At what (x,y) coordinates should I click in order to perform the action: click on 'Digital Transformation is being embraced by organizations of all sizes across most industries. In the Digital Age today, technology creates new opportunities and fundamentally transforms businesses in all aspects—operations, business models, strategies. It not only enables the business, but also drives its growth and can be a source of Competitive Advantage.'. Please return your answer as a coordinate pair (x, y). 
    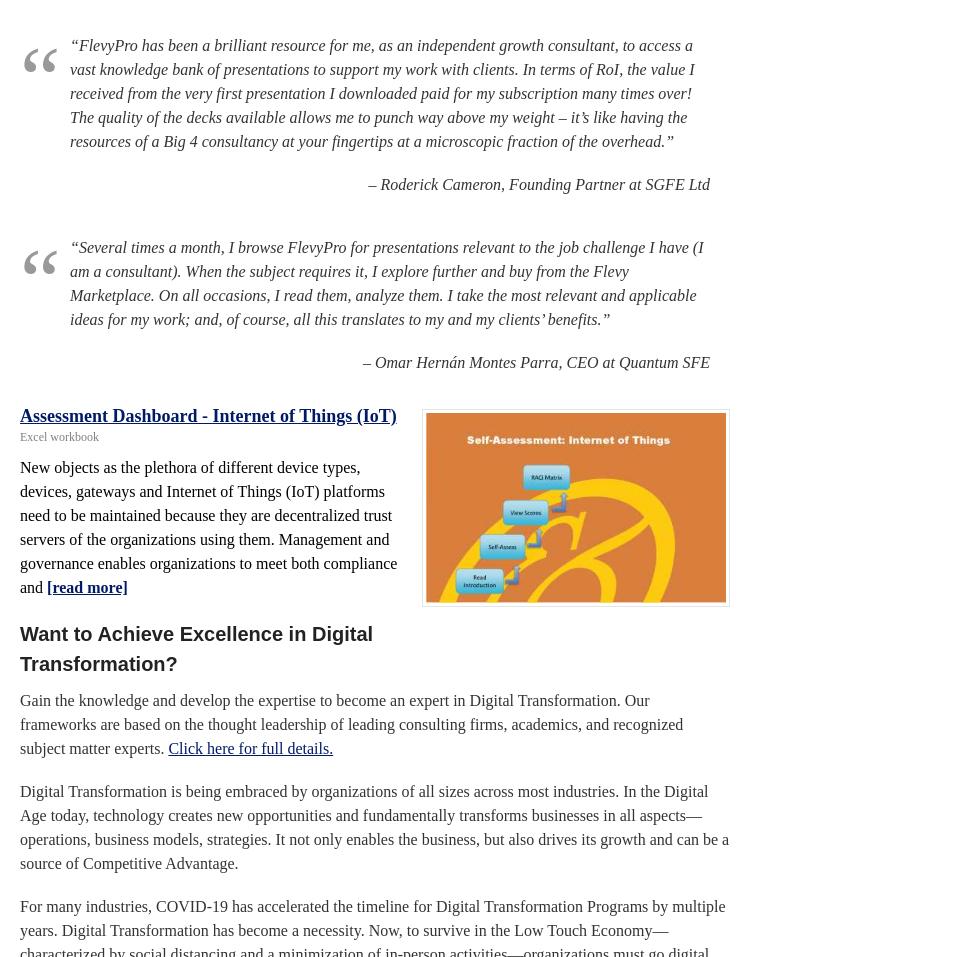
    Looking at the image, I should click on (374, 826).